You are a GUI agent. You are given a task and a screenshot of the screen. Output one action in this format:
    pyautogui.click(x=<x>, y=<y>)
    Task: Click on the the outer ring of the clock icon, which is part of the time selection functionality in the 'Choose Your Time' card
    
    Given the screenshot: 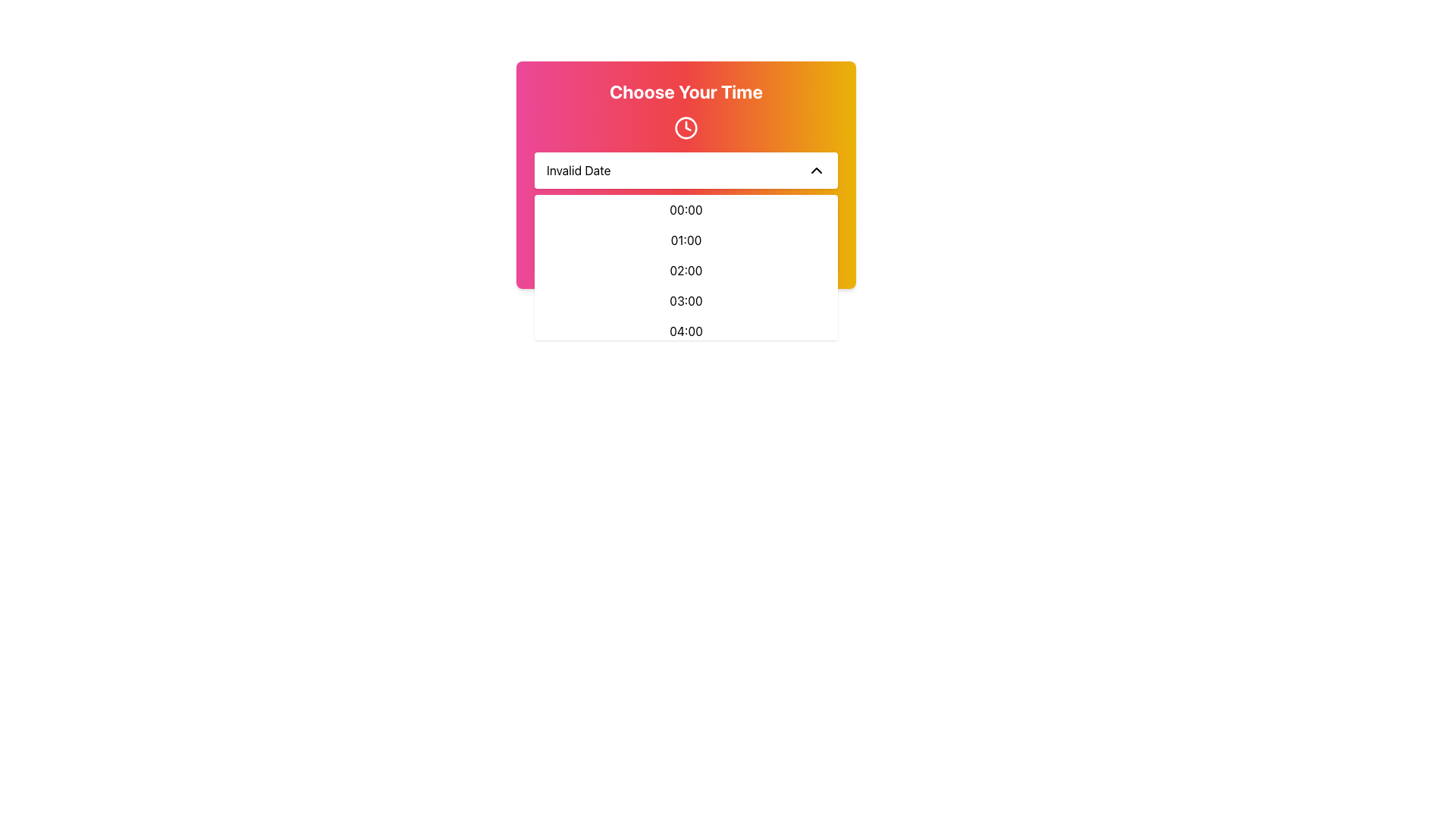 What is the action you would take?
    pyautogui.click(x=686, y=127)
    